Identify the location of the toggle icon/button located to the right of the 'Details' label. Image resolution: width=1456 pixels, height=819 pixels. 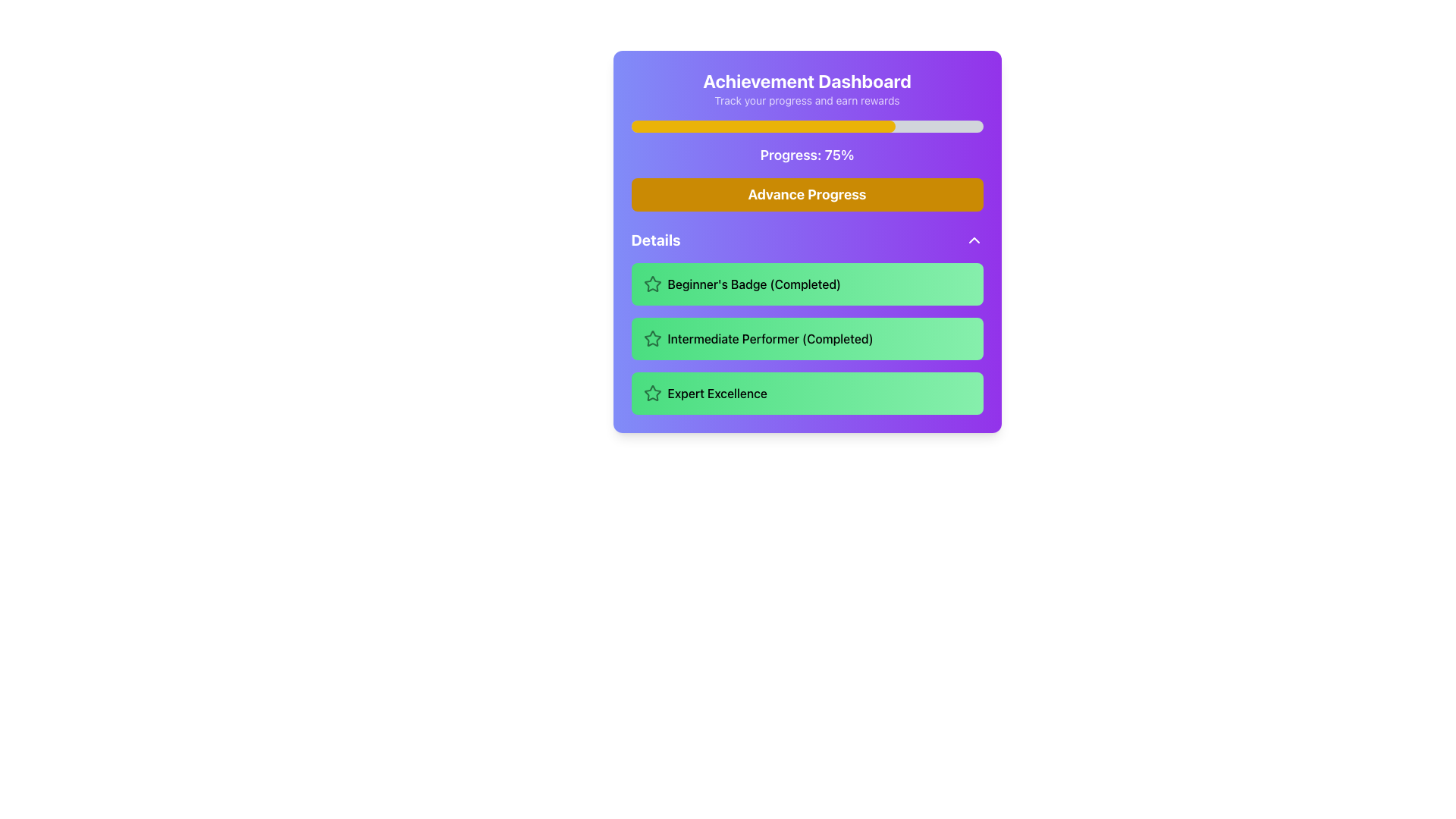
(974, 239).